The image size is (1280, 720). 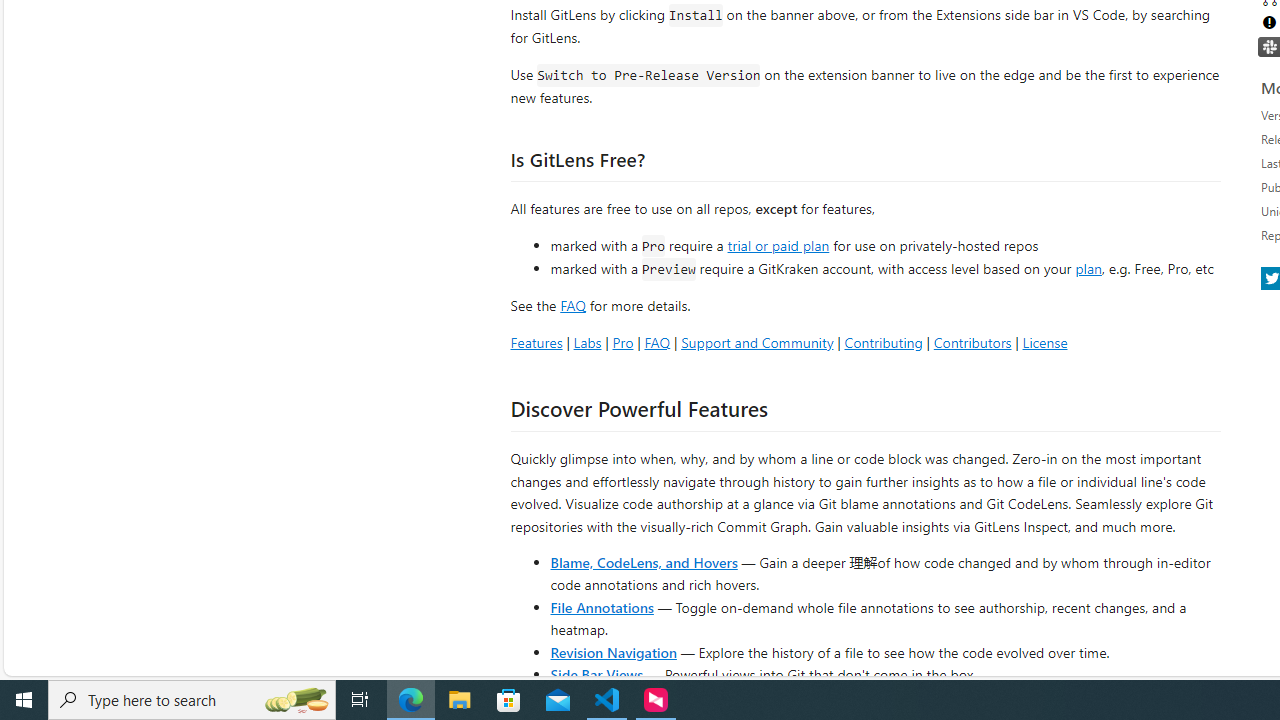 What do you see at coordinates (657, 341) in the screenshot?
I see `'FAQ'` at bounding box center [657, 341].